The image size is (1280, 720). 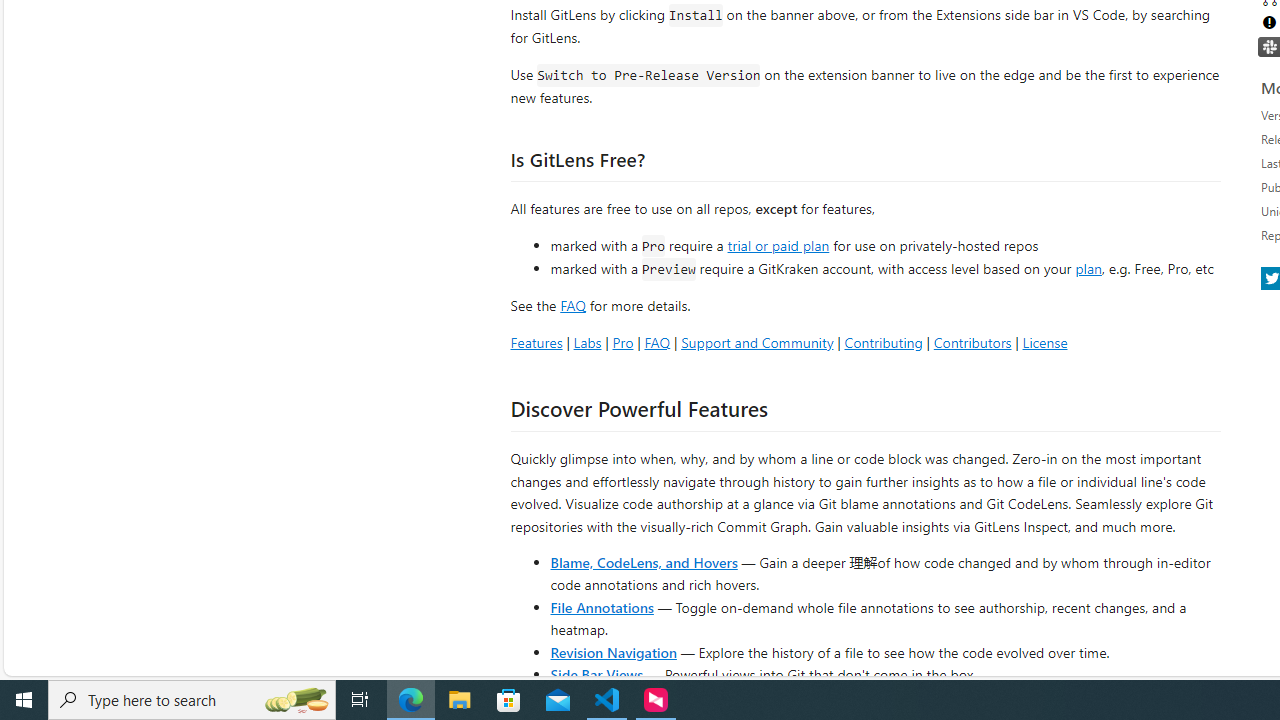 What do you see at coordinates (657, 341) in the screenshot?
I see `'FAQ'` at bounding box center [657, 341].